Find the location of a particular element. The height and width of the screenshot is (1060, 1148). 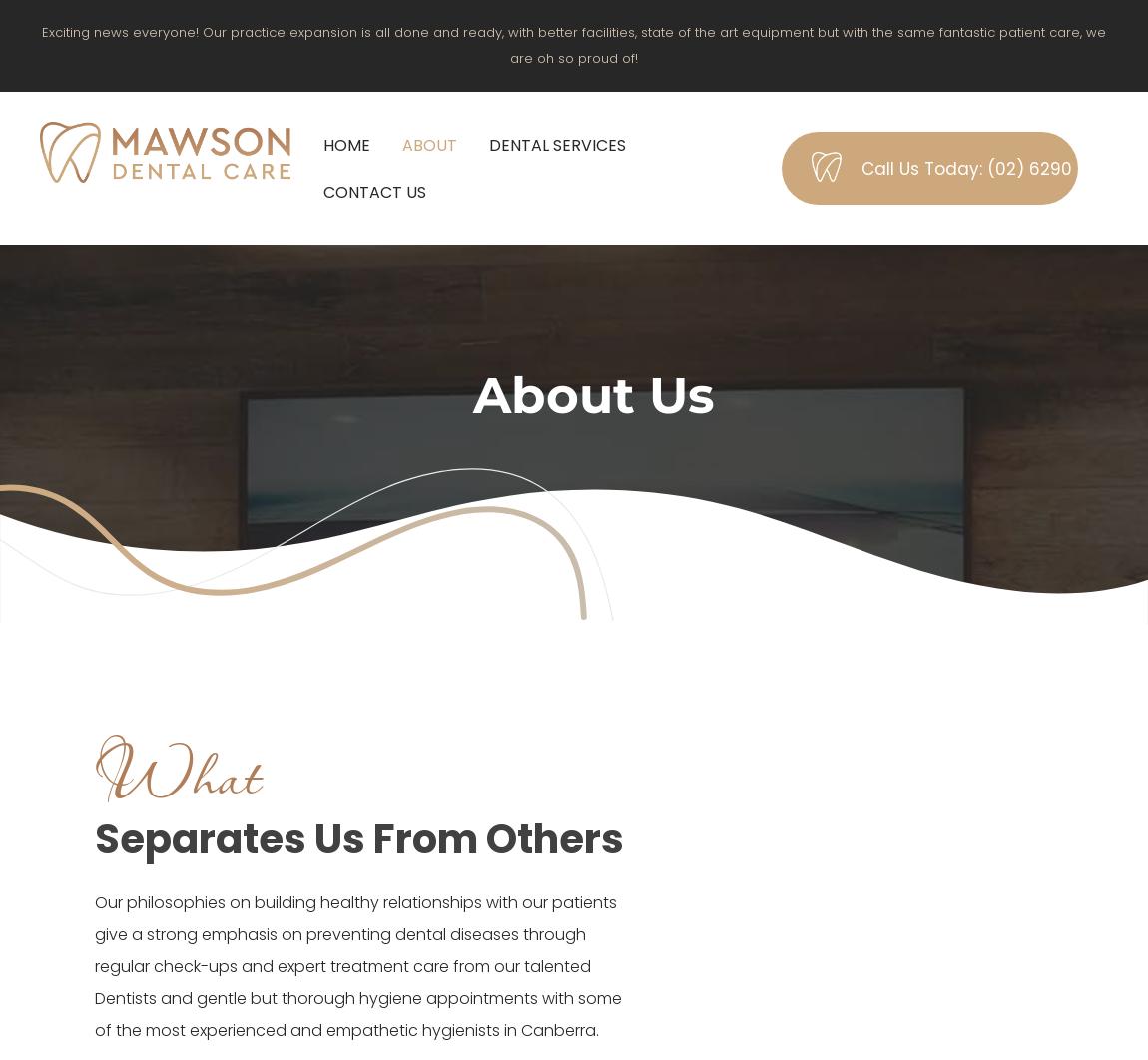

'Dental Services' is located at coordinates (556, 144).